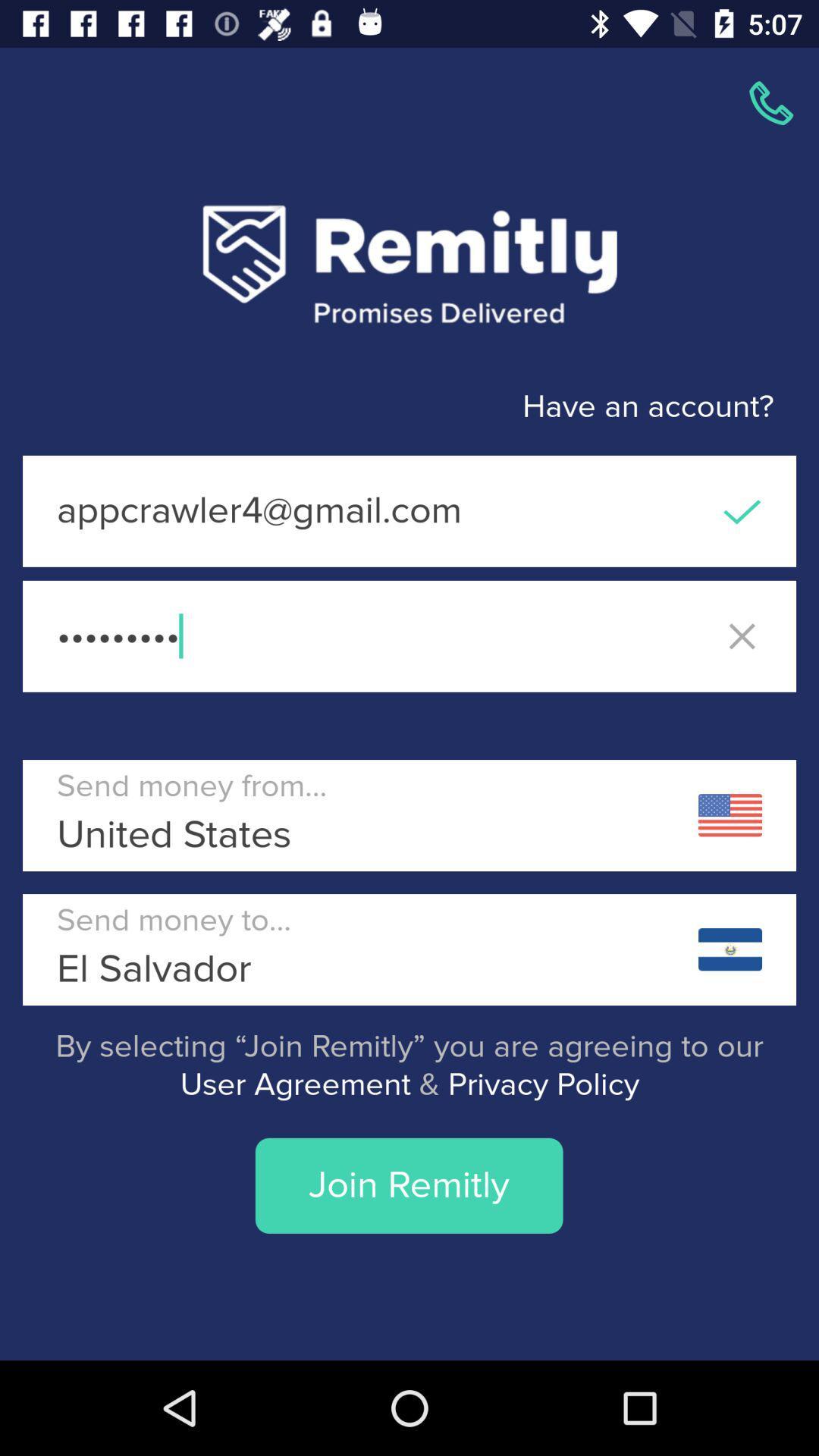  What do you see at coordinates (409, 511) in the screenshot?
I see `the icon above crowd3116 icon` at bounding box center [409, 511].